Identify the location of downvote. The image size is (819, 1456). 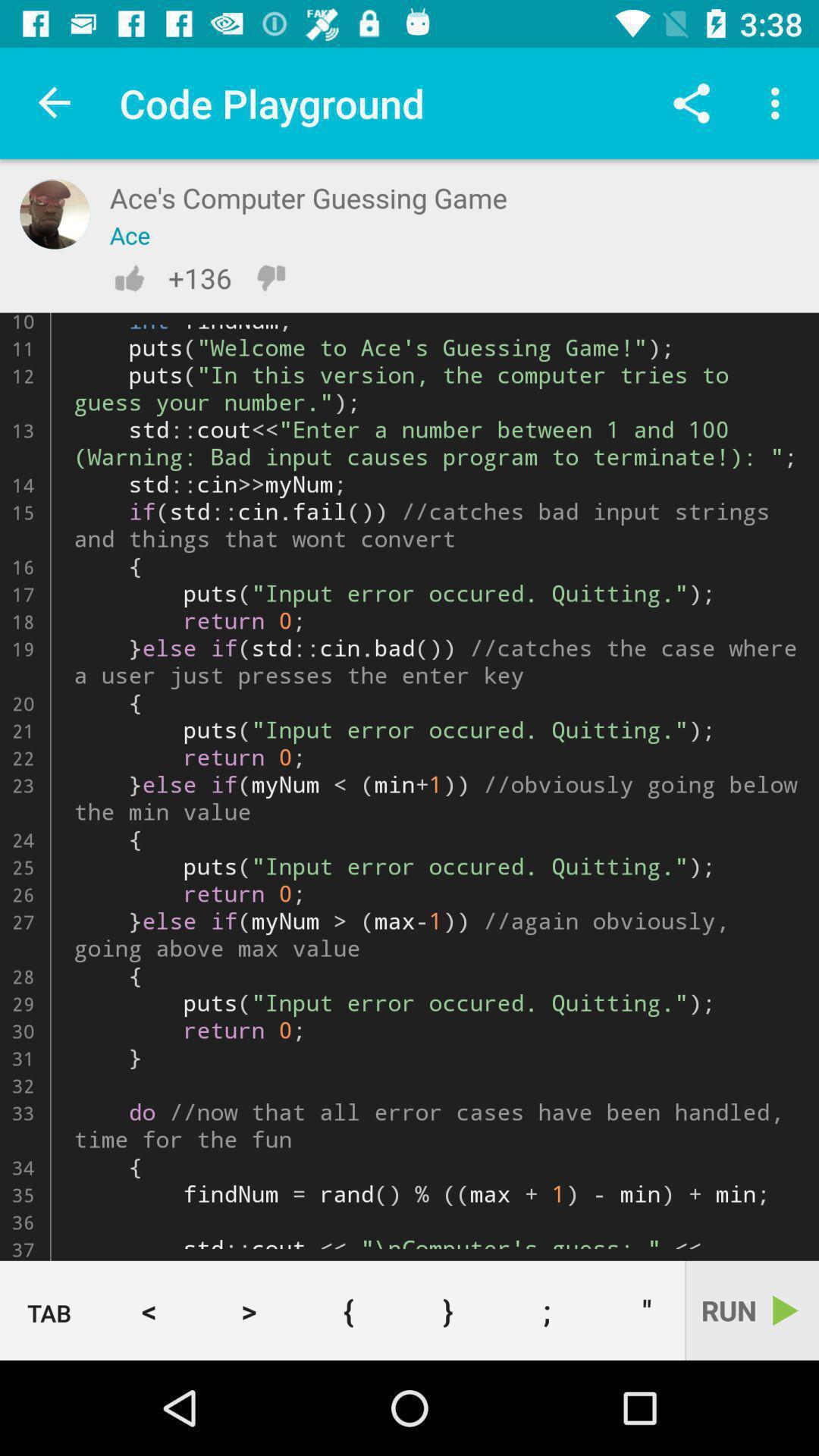
(270, 278).